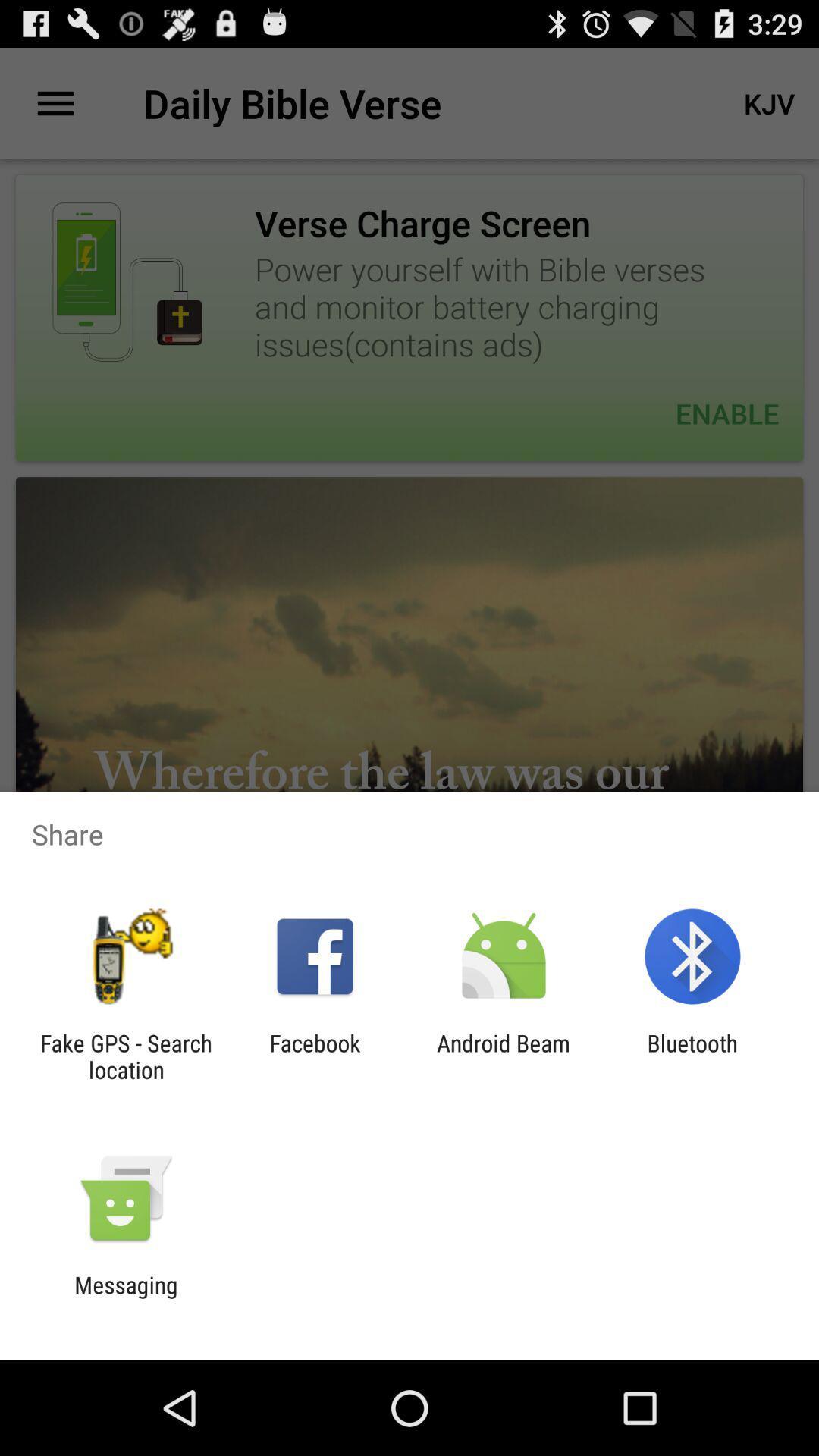  I want to click on the bluetooth item, so click(692, 1056).